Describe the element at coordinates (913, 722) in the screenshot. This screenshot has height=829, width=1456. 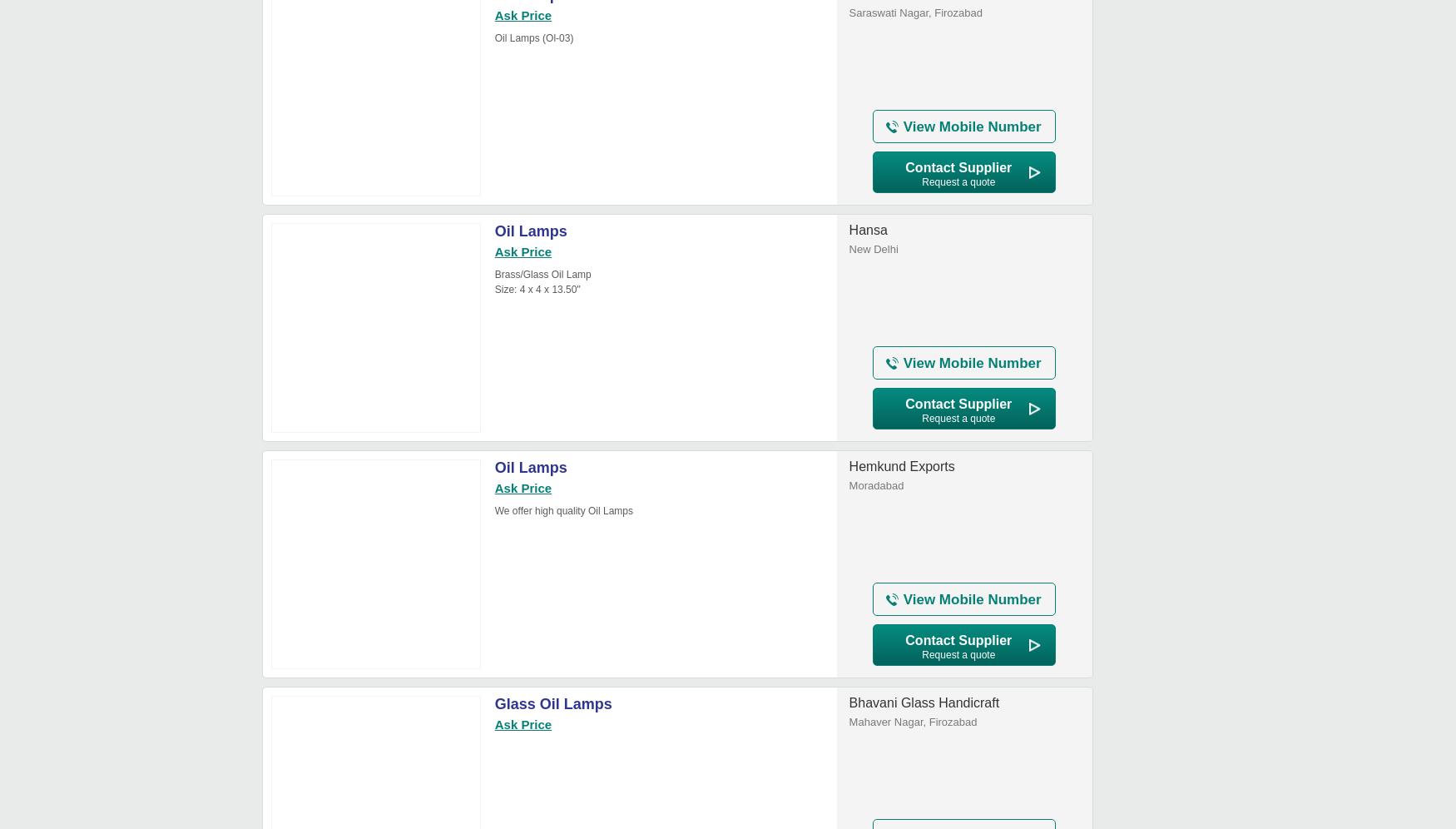
I see `'Mahaver Nagar, Firozabad'` at that location.